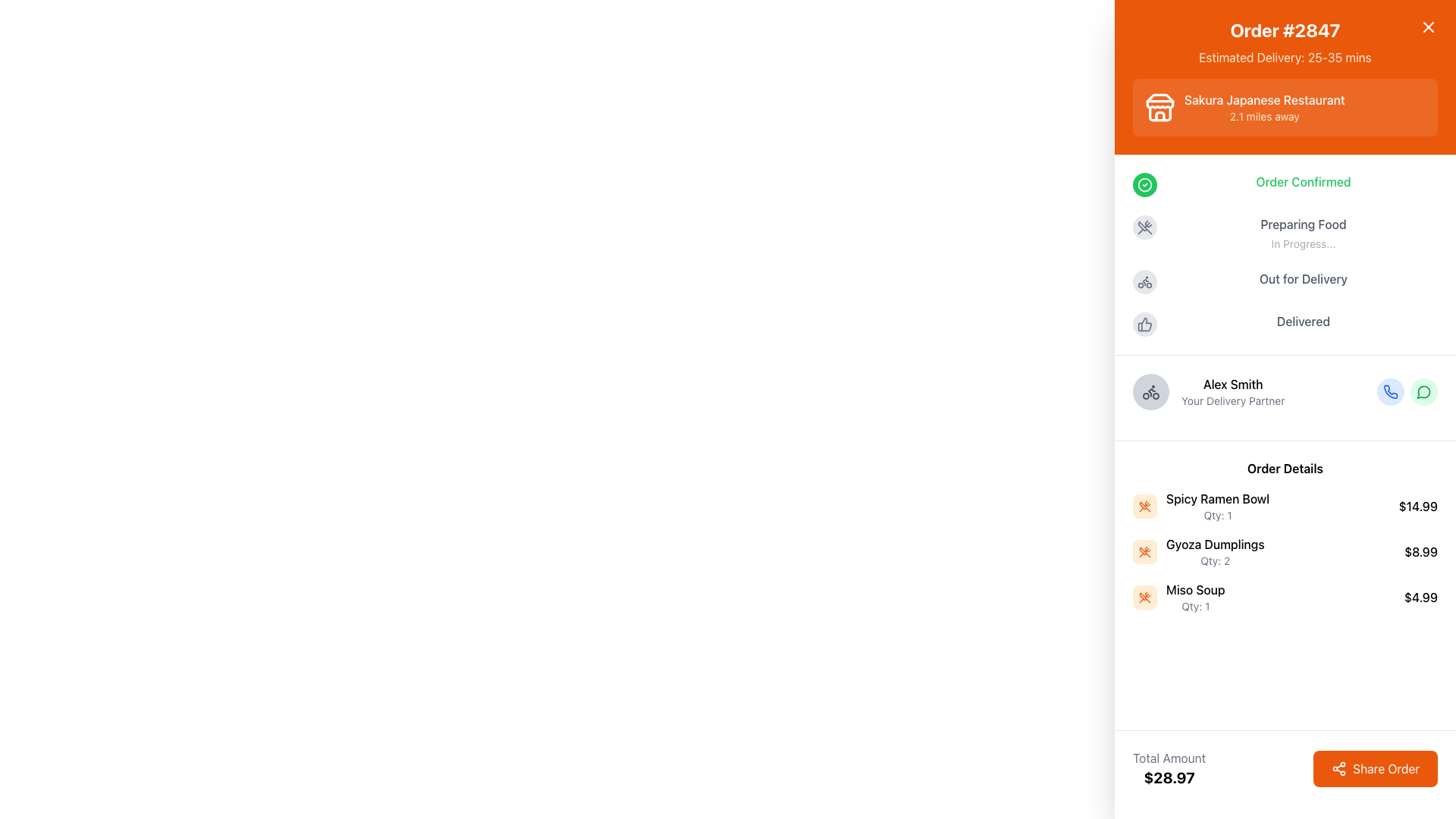  Describe the element at coordinates (1264, 116) in the screenshot. I see `static text displaying '2.1 miles away' located beneath the restaurant name 'Sakura Japanese Restaurant' in the upper section of the right sidebar` at that location.